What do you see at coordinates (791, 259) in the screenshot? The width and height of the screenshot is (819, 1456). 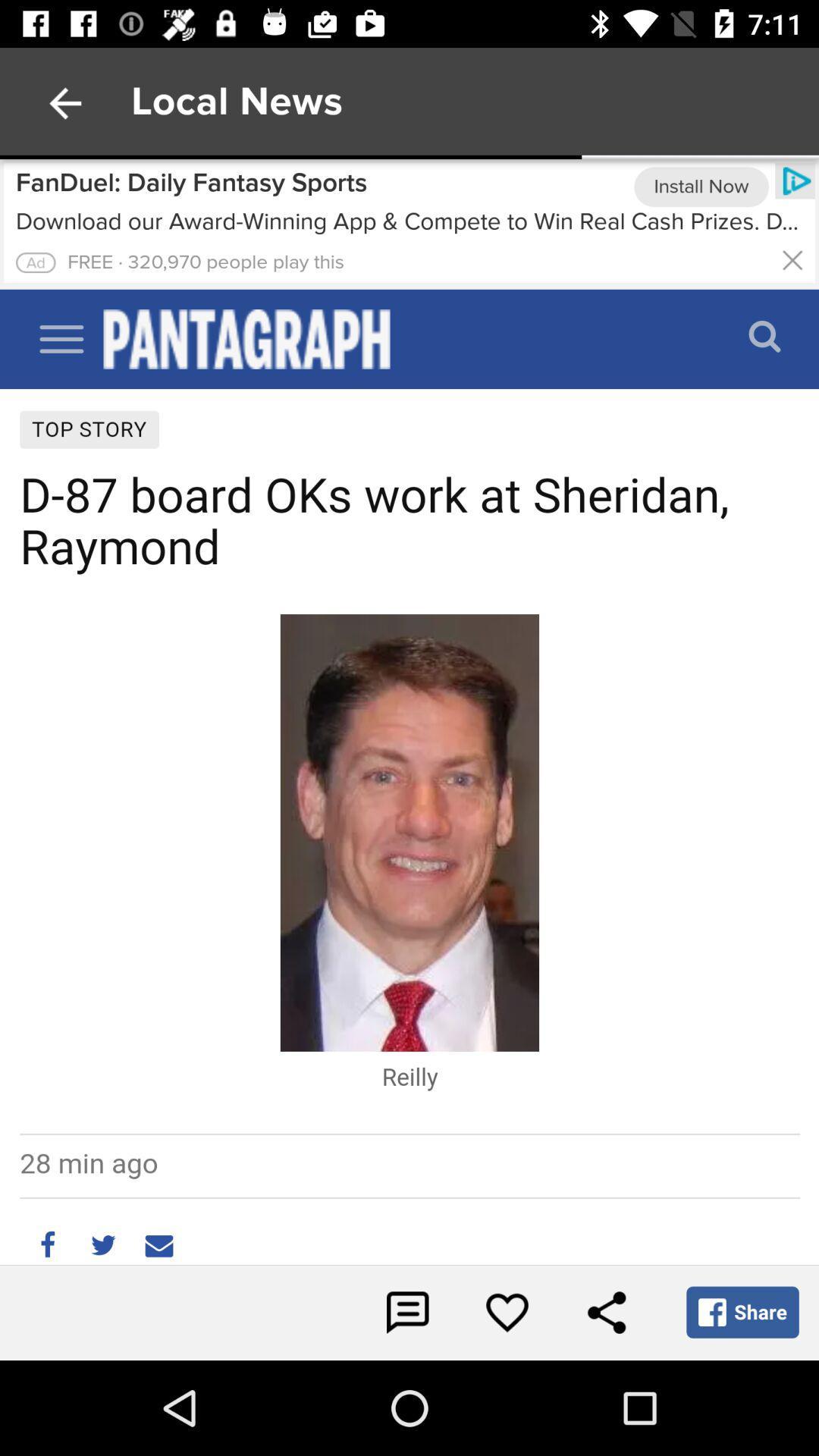 I see `advertisement bar` at bounding box center [791, 259].